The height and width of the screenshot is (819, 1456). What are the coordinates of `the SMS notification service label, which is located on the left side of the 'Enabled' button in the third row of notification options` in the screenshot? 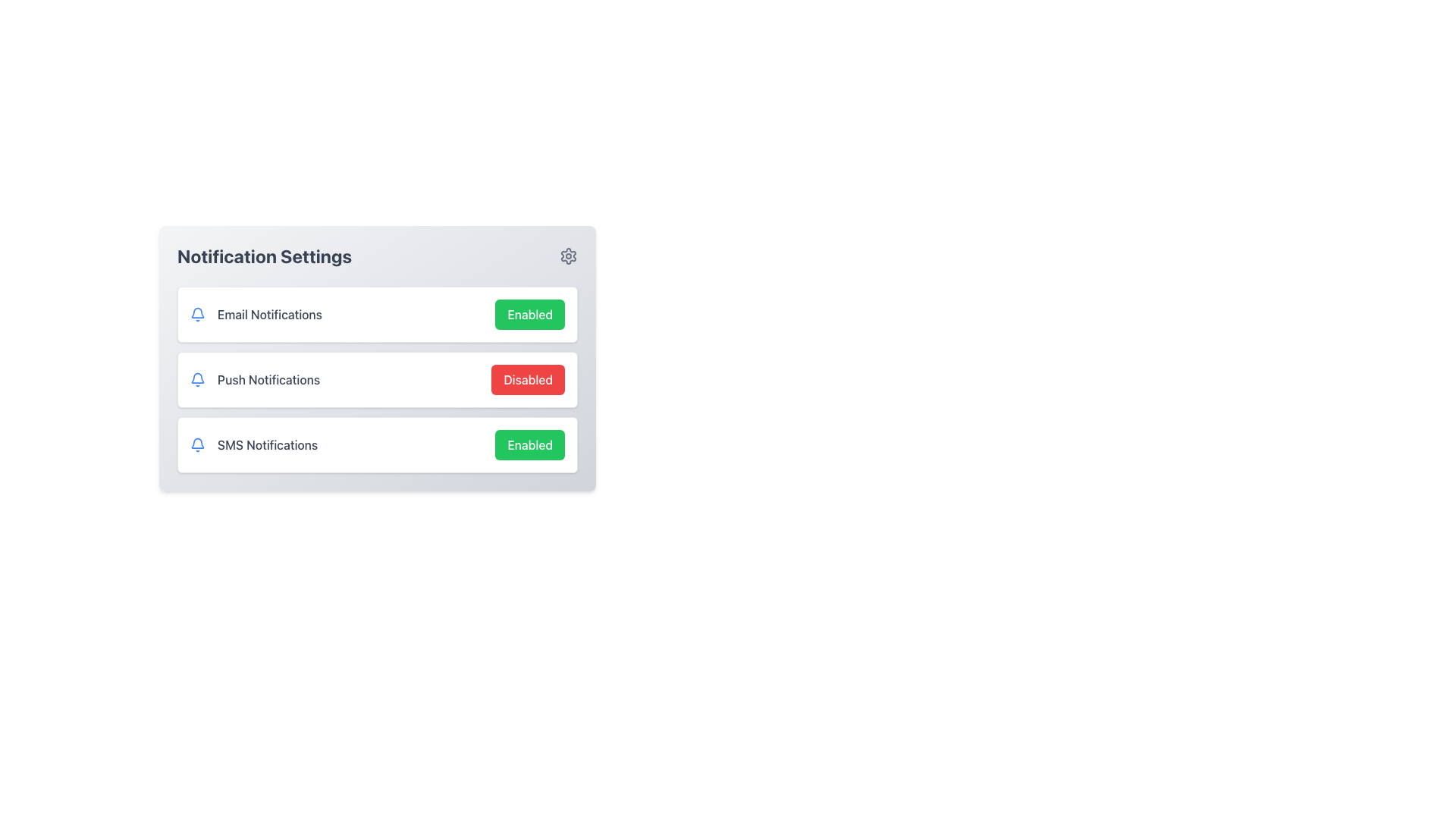 It's located at (254, 444).